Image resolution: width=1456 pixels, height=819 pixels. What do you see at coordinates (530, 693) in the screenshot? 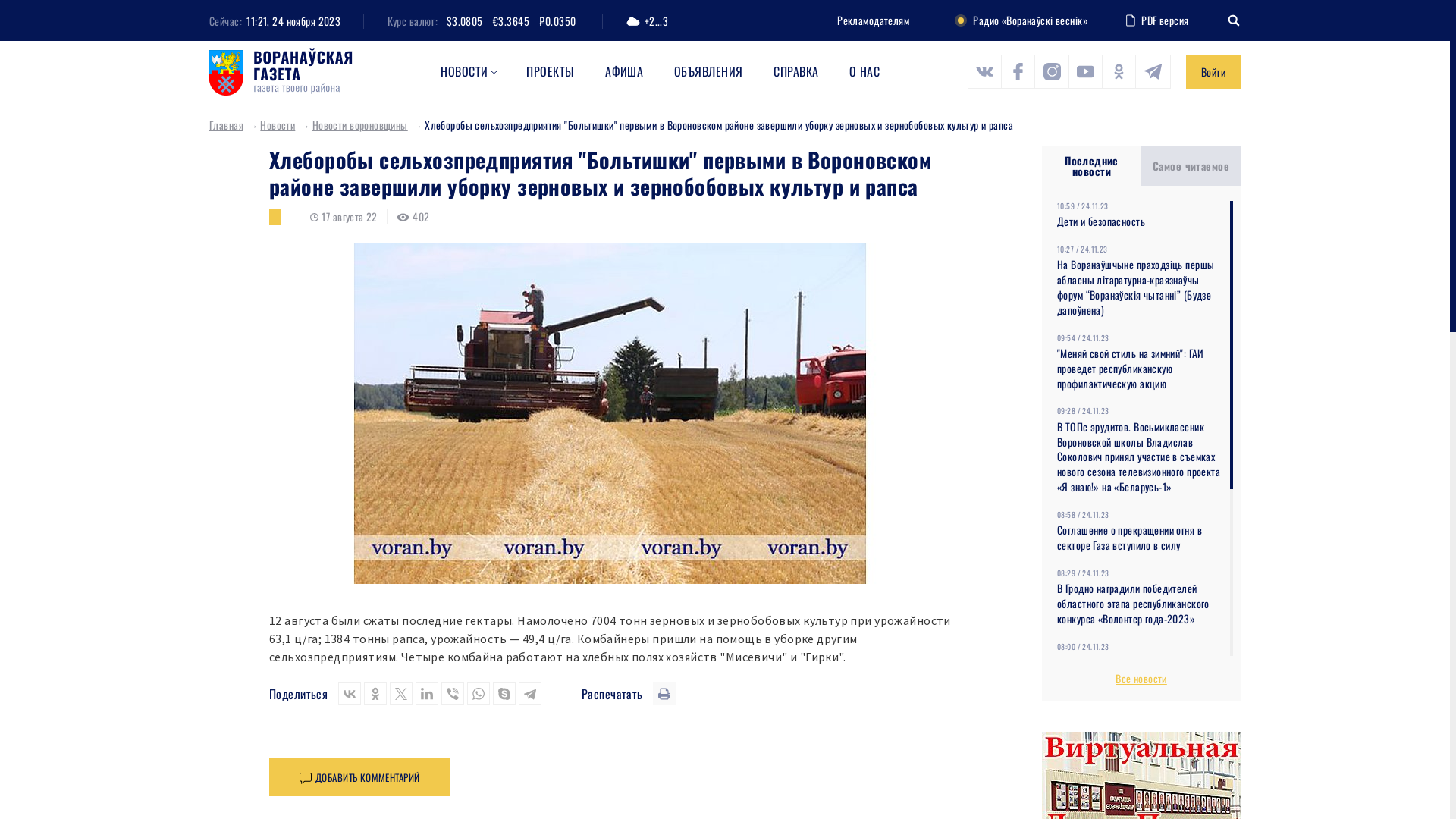
I see `'Telegram'` at bounding box center [530, 693].